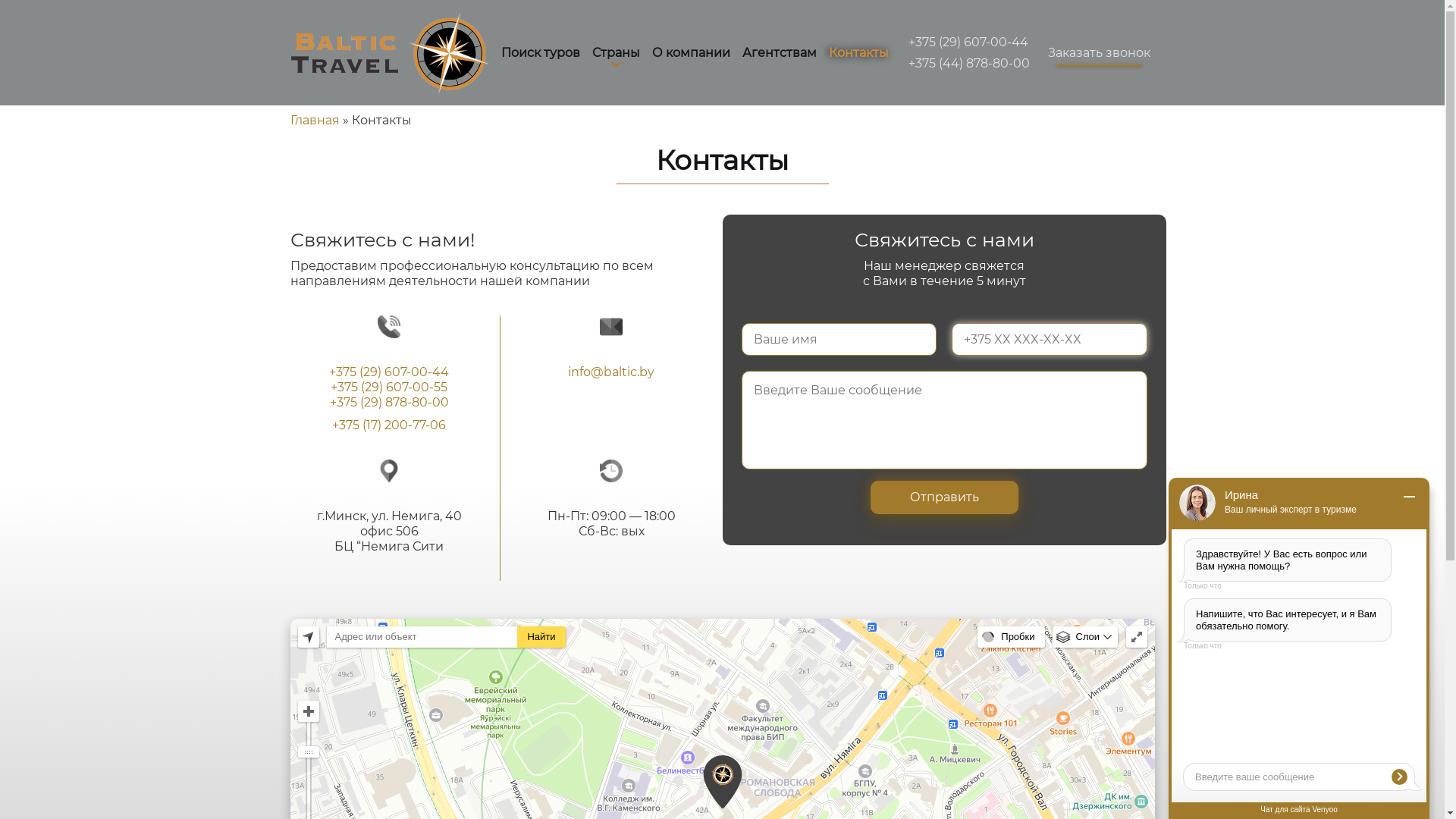  I want to click on '+375 (29) 607-00-44', so click(389, 371).